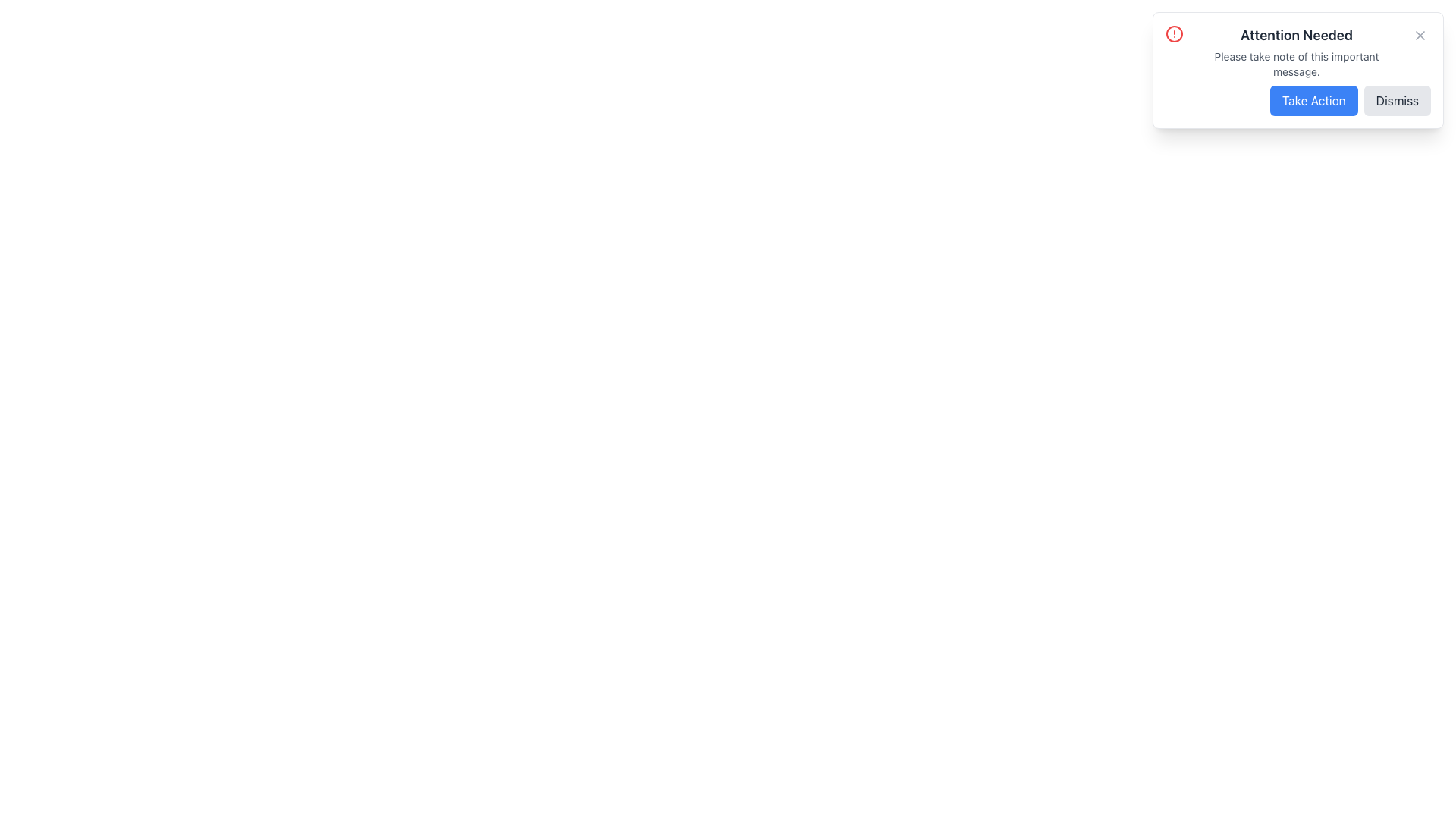 The image size is (1456, 819). Describe the element at coordinates (1419, 34) in the screenshot. I see `the close button located in the top-right corner of the 'Attention Needed' modal dialog to change its appearance` at that location.